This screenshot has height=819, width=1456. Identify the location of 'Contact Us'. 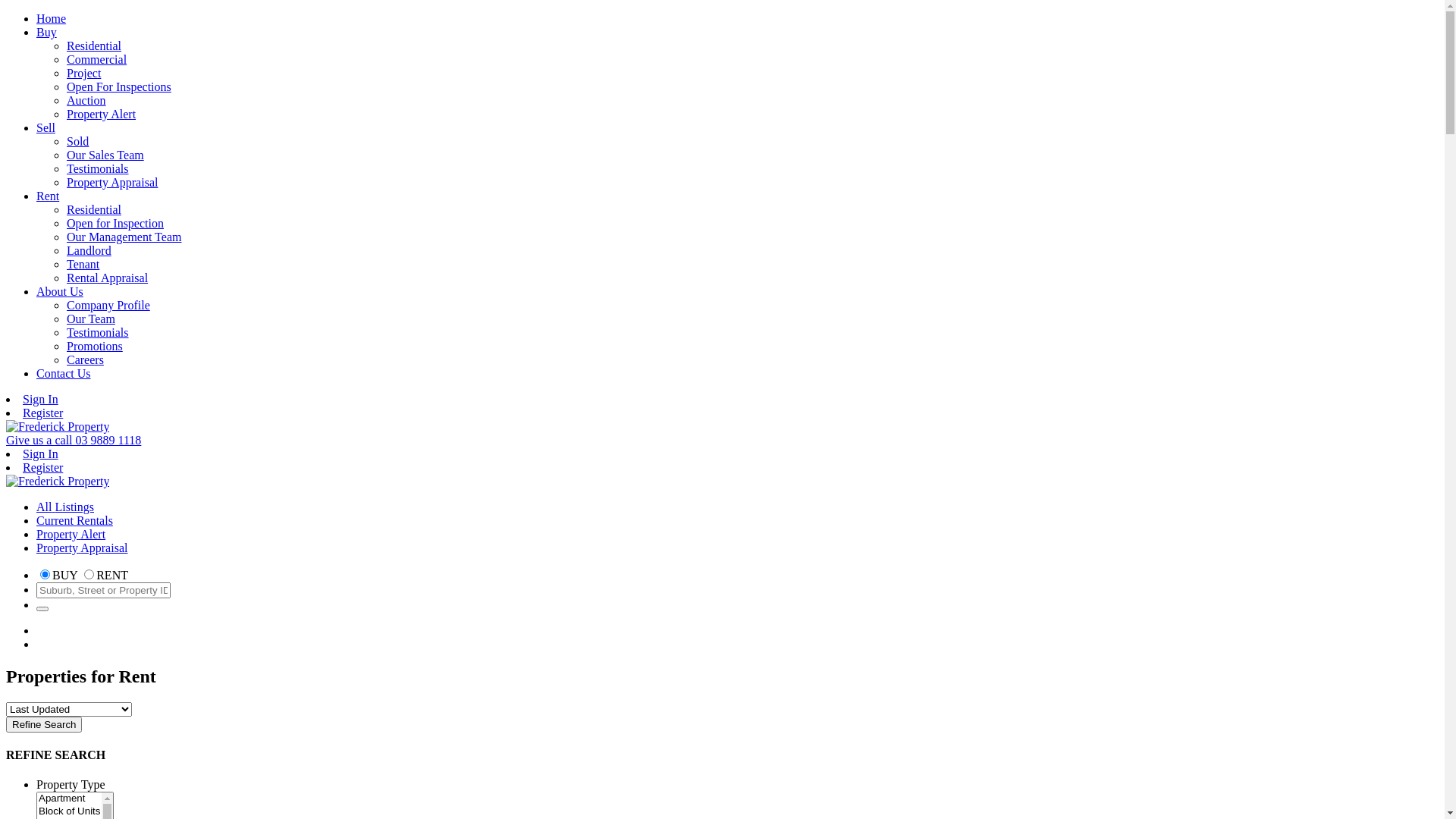
(62, 373).